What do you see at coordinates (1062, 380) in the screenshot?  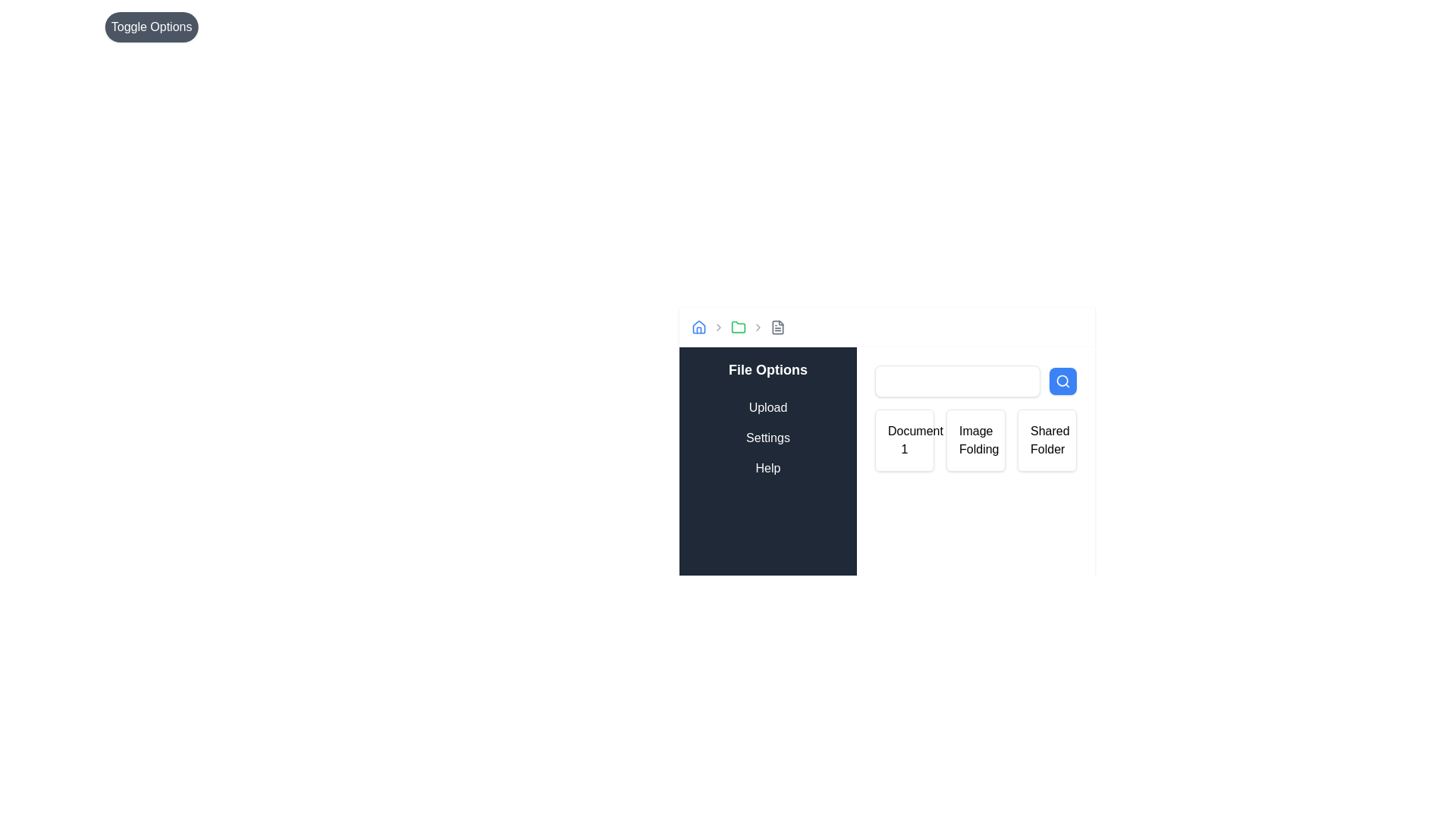 I see `the medium-sized blue button with a white search icon and rounded corners to observe the hover effect` at bounding box center [1062, 380].